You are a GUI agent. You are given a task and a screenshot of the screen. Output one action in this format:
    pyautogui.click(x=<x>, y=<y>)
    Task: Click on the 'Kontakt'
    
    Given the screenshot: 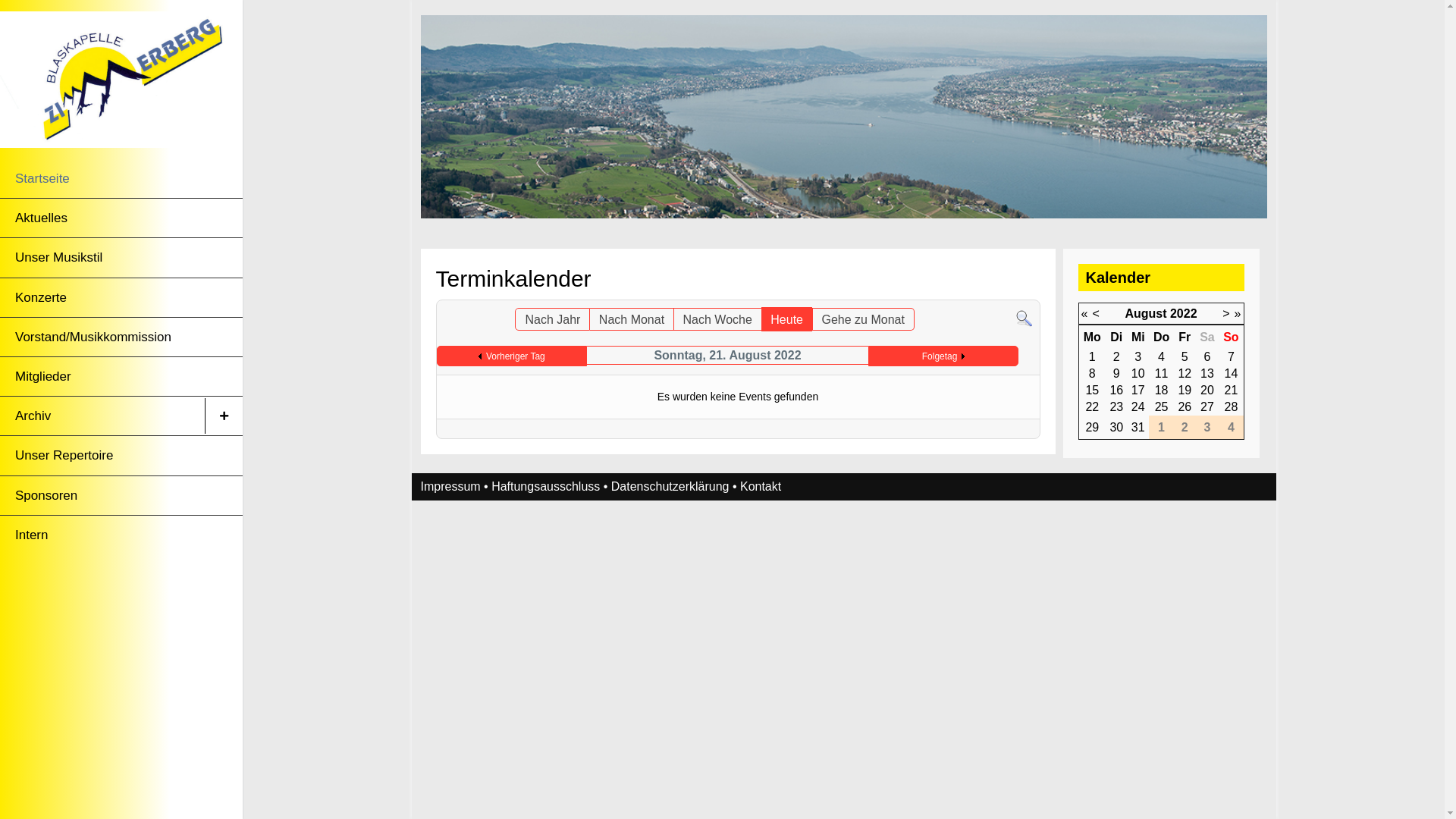 What is the action you would take?
    pyautogui.click(x=761, y=486)
    